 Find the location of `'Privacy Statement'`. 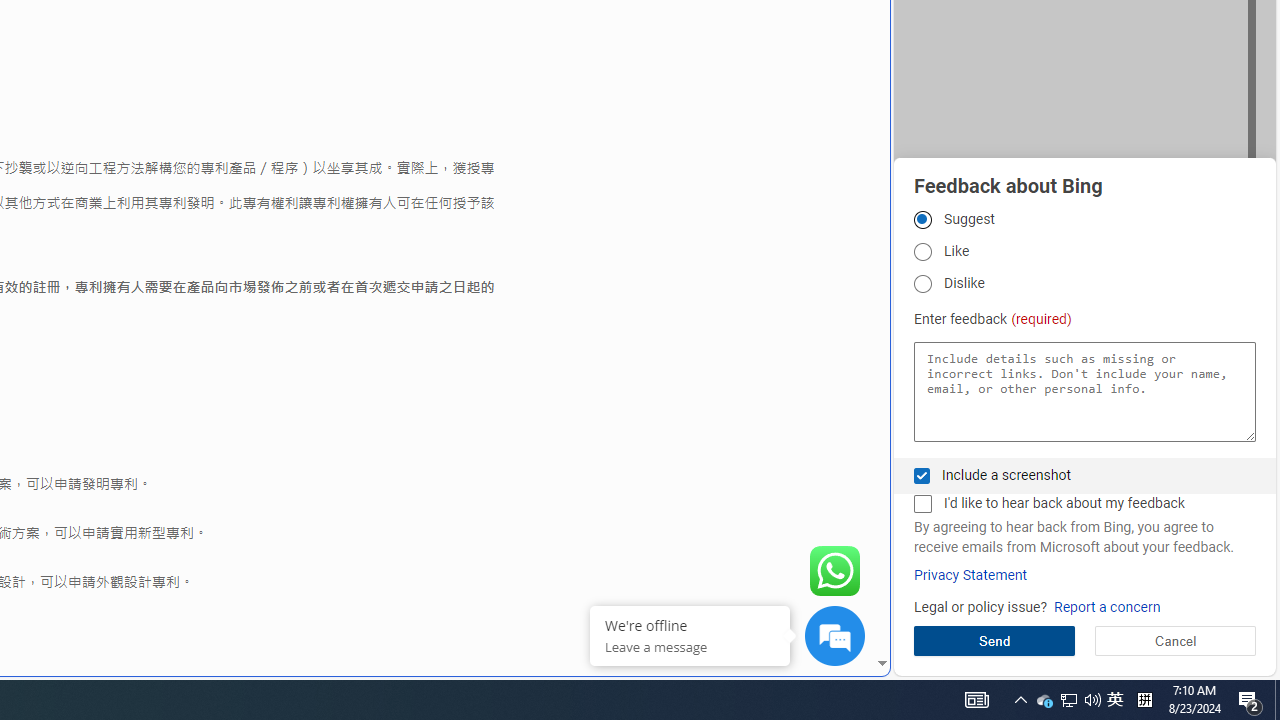

'Privacy Statement' is located at coordinates (970, 575).